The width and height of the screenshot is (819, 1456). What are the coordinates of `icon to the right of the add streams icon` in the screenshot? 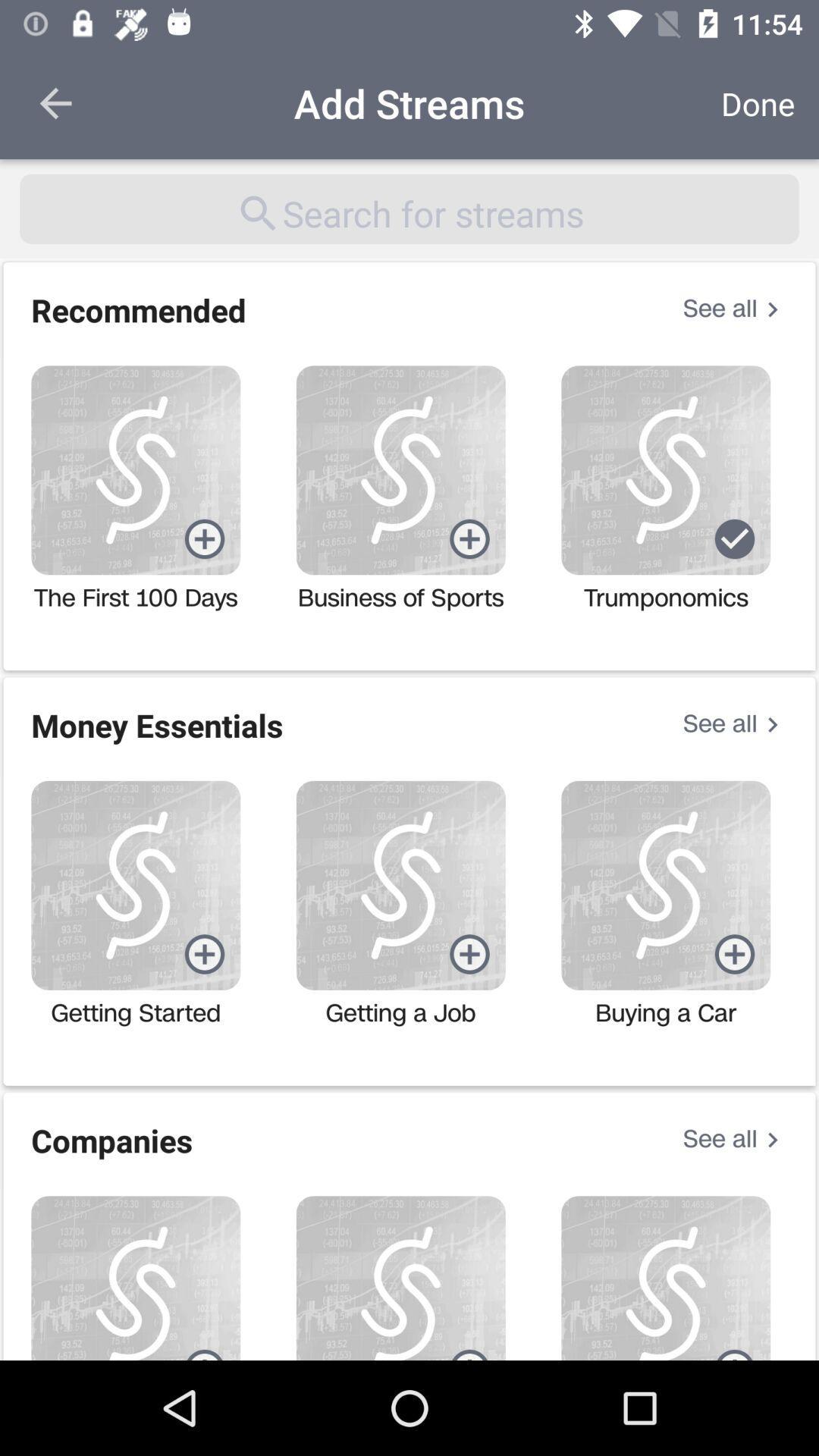 It's located at (758, 102).